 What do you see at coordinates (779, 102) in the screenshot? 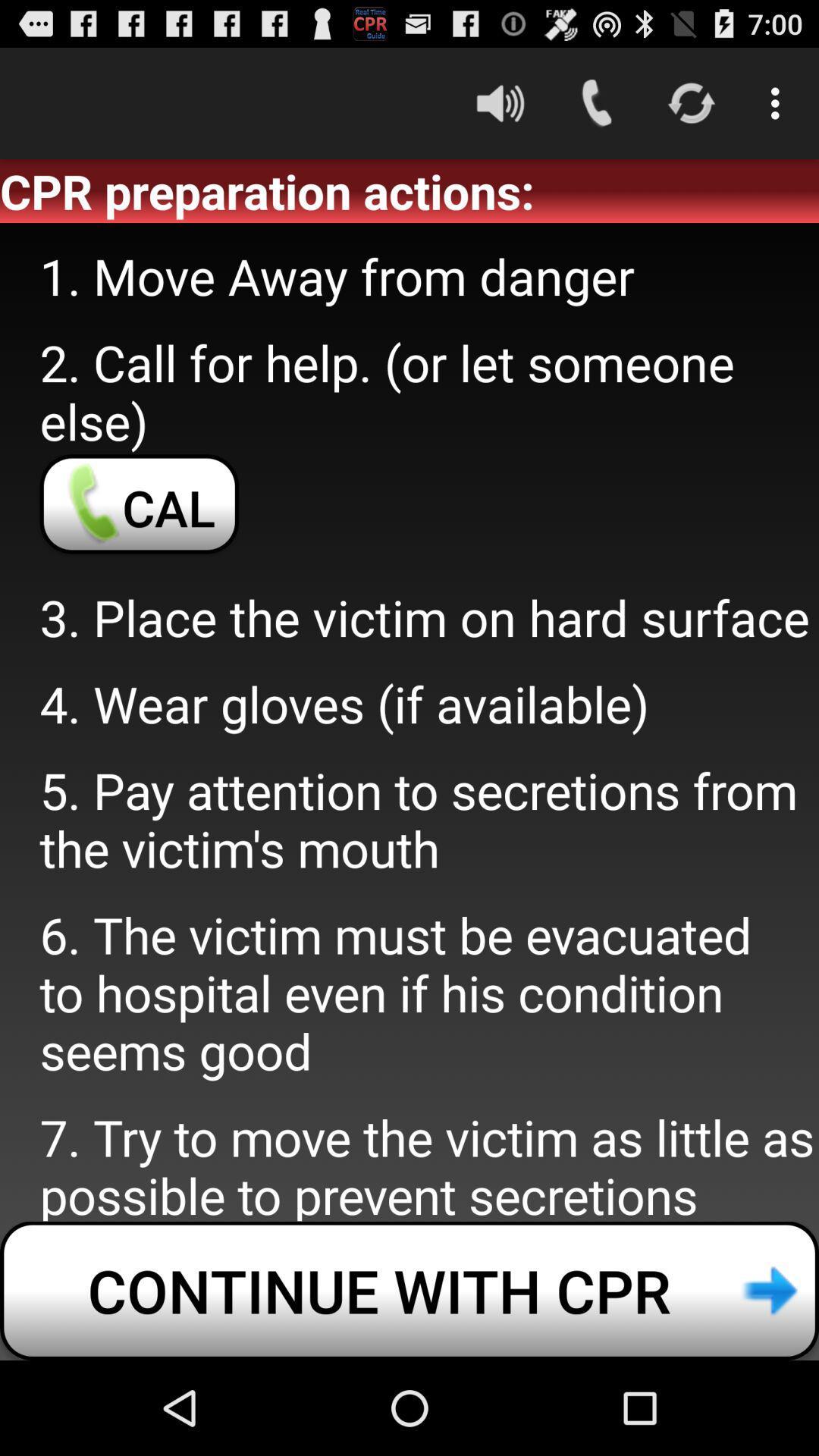
I see `item above cpr preparation actions: icon` at bounding box center [779, 102].